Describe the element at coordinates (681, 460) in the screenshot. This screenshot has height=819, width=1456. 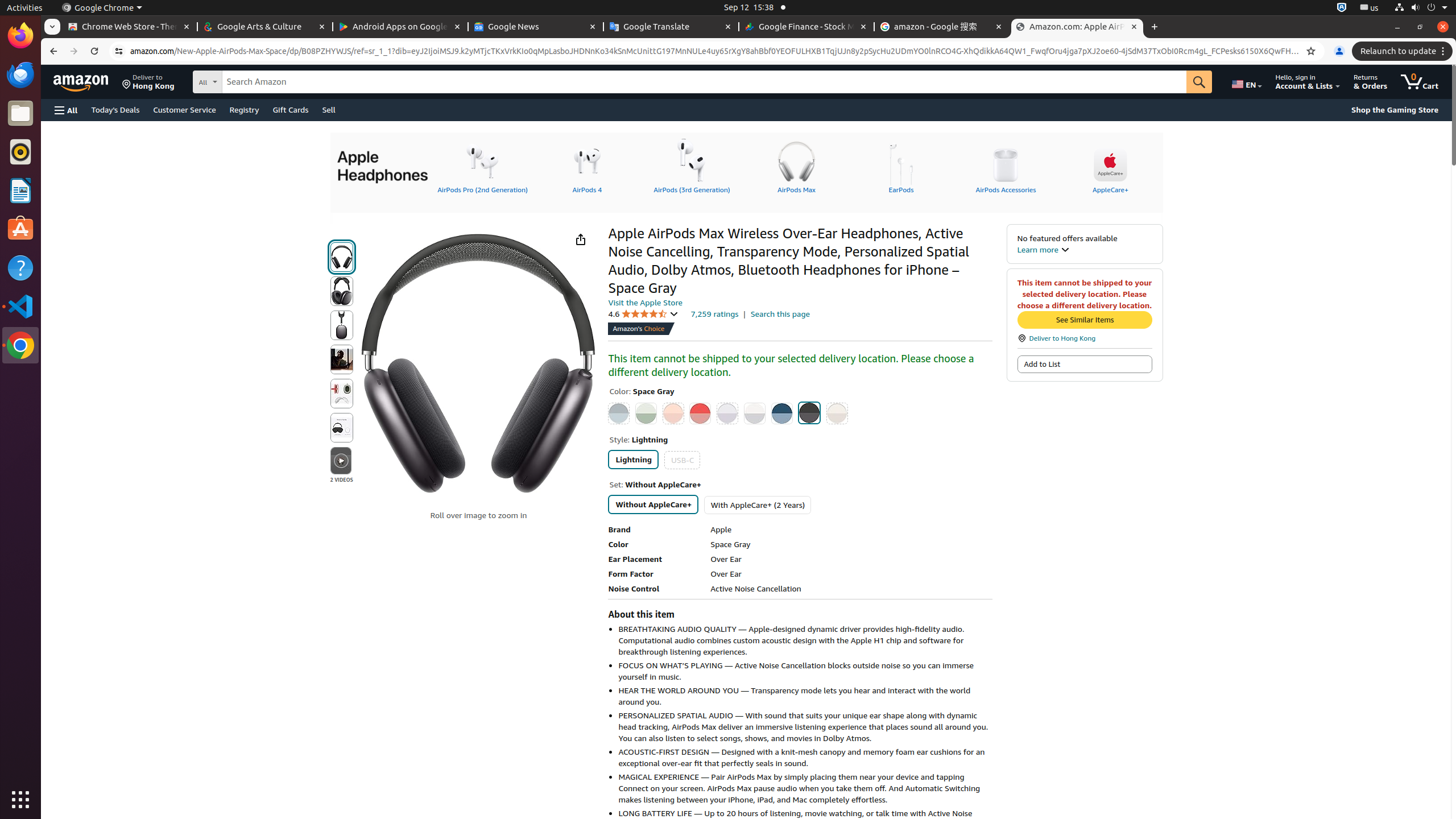
I see `'USB-C'` at that location.